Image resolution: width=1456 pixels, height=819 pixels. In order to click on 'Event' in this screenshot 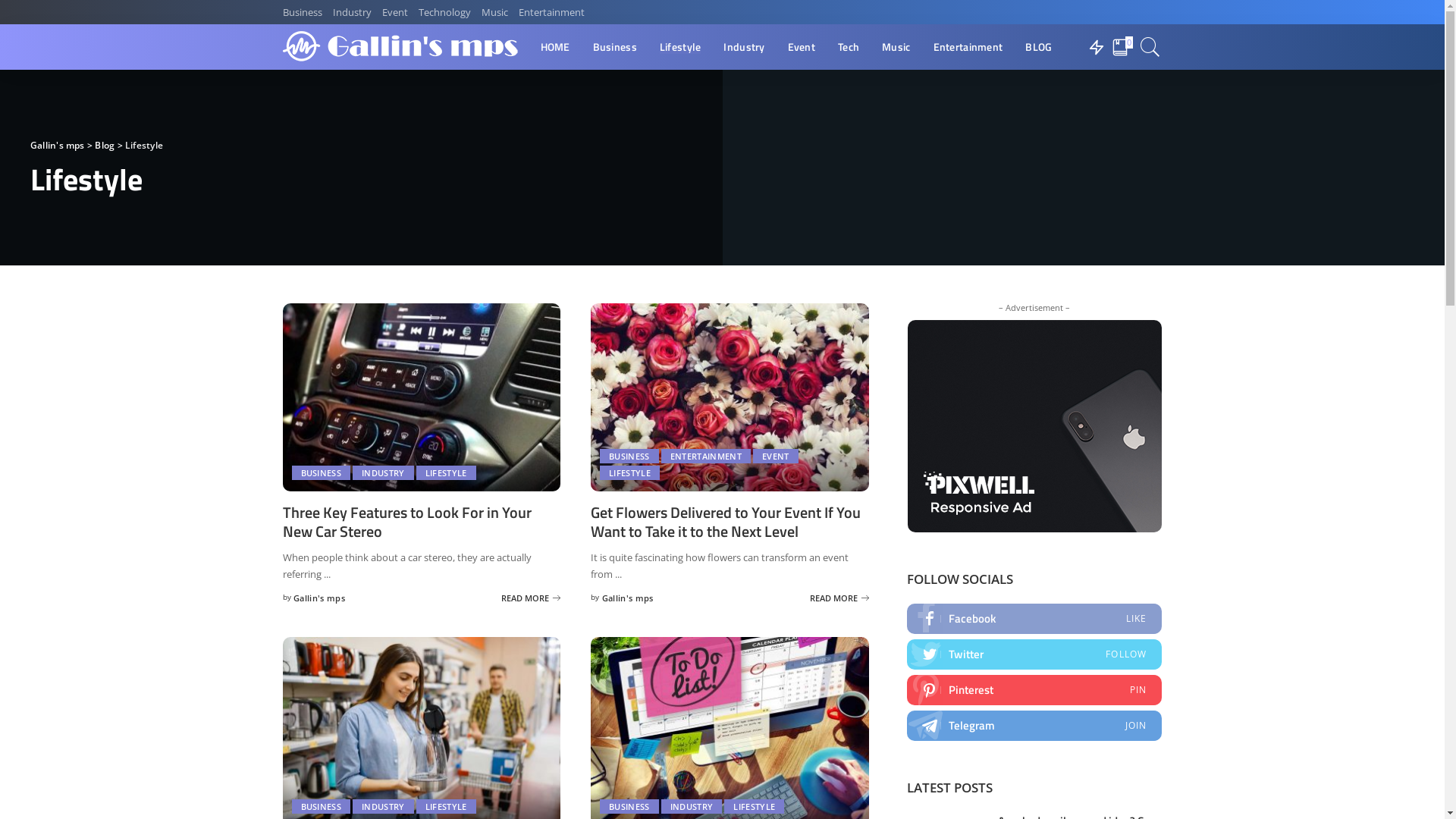, I will do `click(394, 12)`.